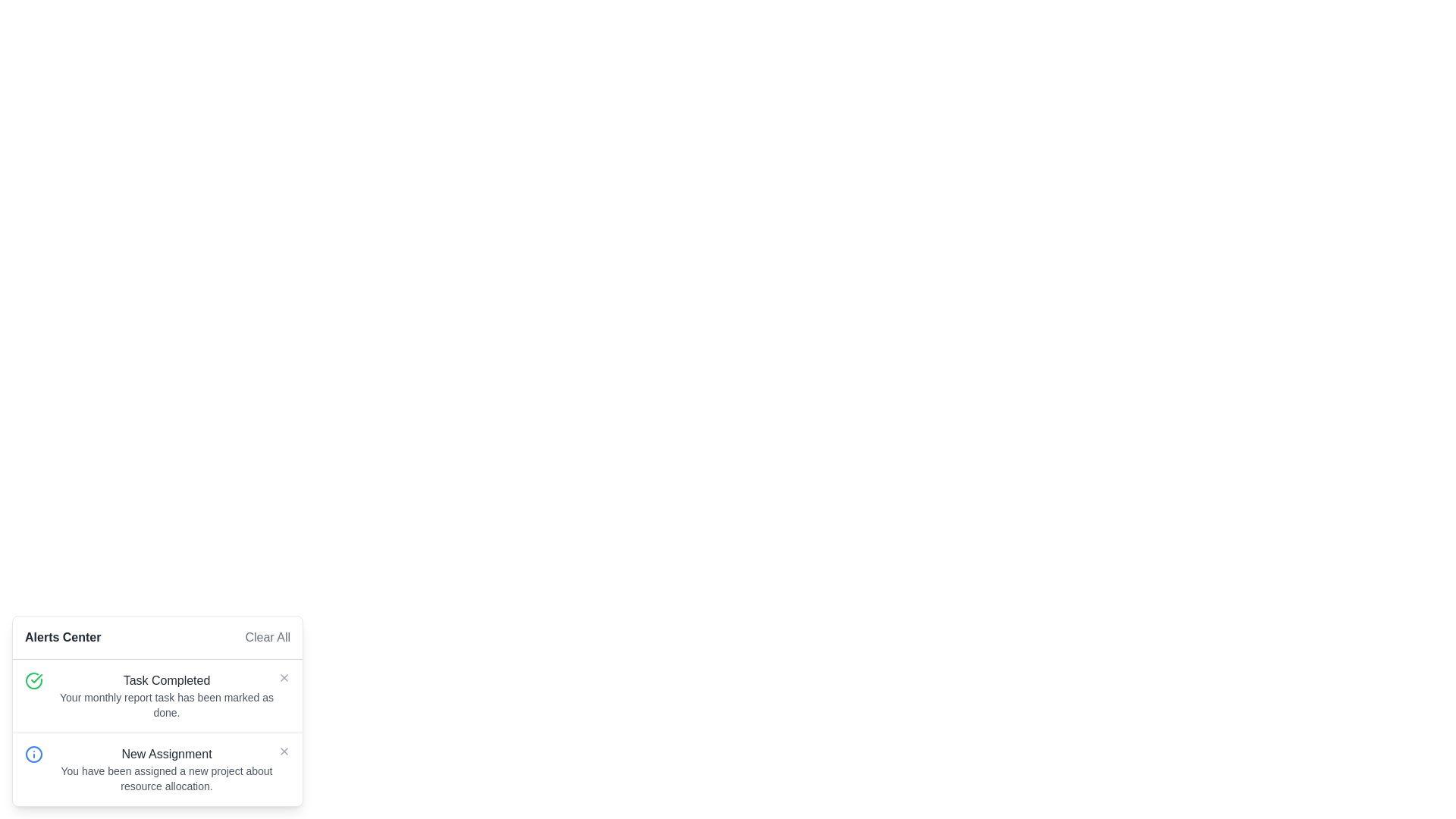  What do you see at coordinates (36, 677) in the screenshot?
I see `the green check mark icon within the circular icon in the 'Task Completed' notification card located at the top of the notification area in the Alerts Center` at bounding box center [36, 677].